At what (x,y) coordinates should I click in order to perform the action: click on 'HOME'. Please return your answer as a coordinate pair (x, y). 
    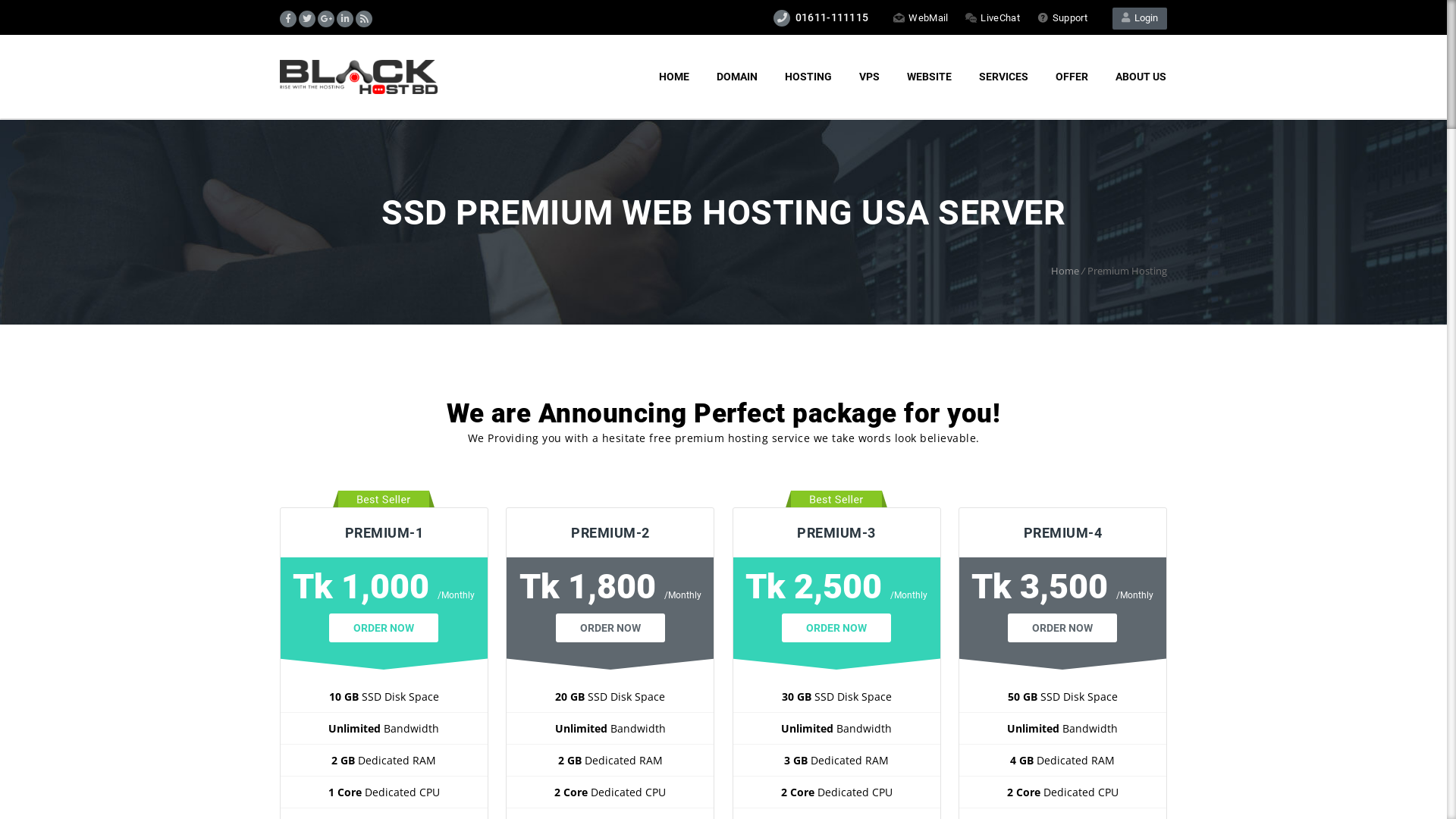
    Looking at the image, I should click on (673, 77).